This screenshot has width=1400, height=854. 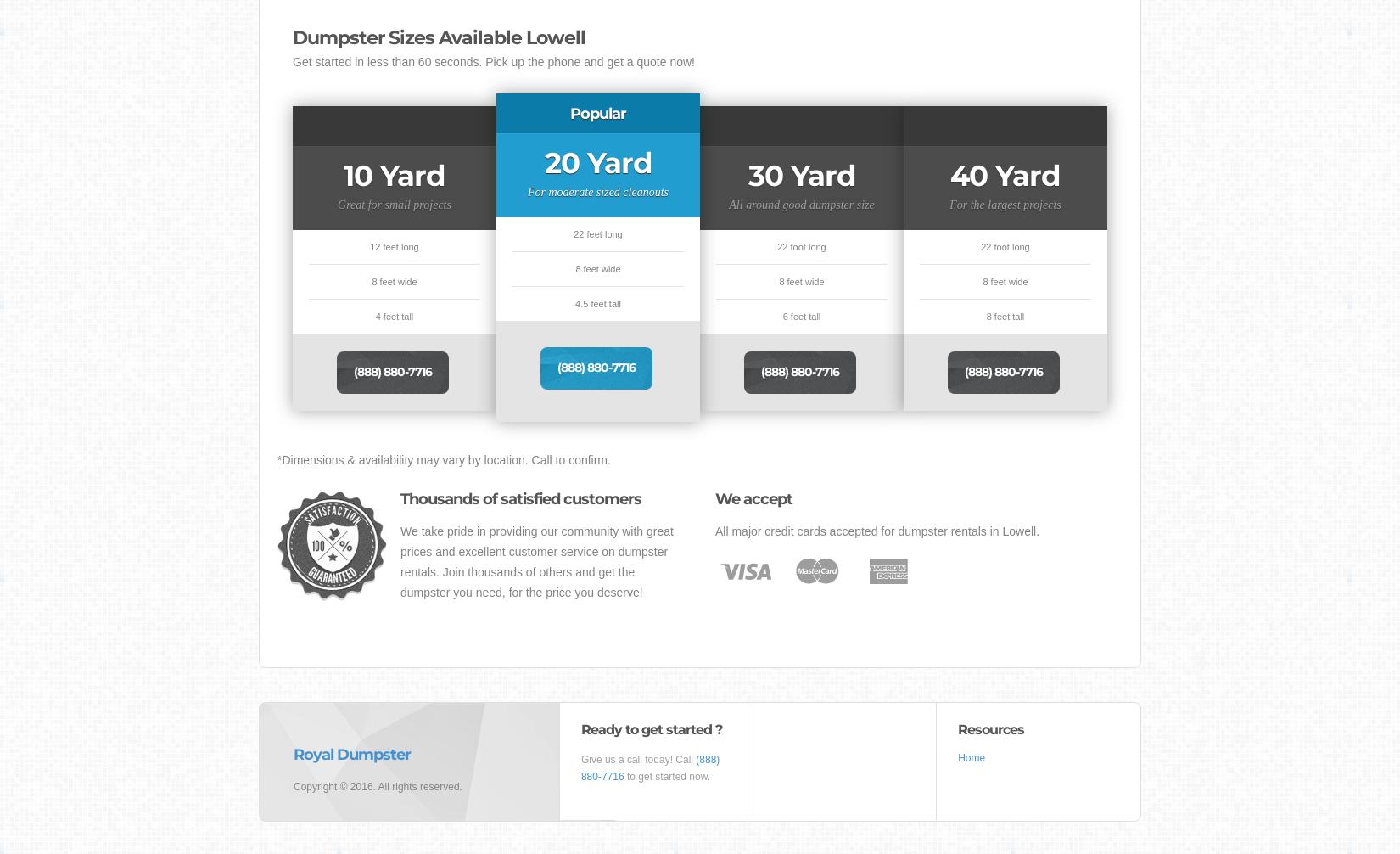 I want to click on '8 feet tall', so click(x=1005, y=316).